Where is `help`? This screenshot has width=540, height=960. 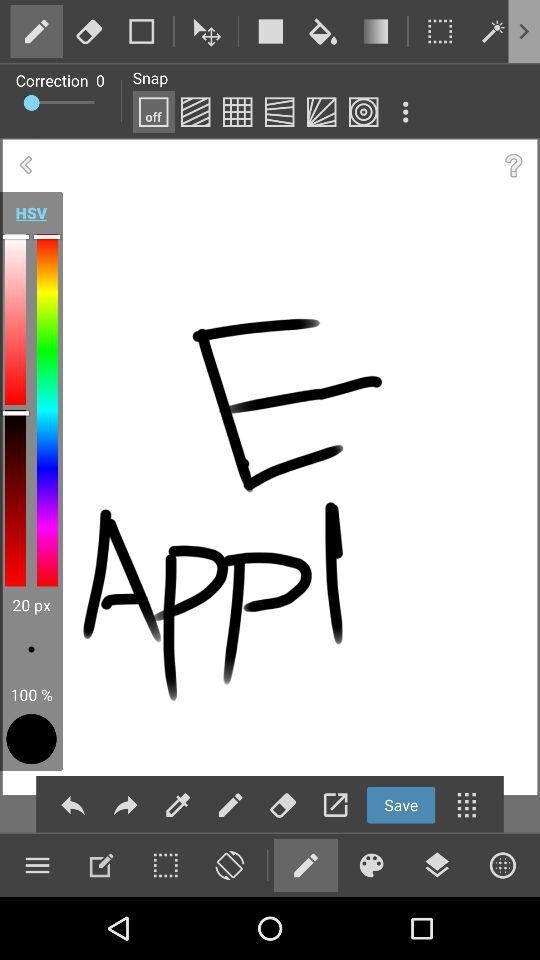
help is located at coordinates (513, 164).